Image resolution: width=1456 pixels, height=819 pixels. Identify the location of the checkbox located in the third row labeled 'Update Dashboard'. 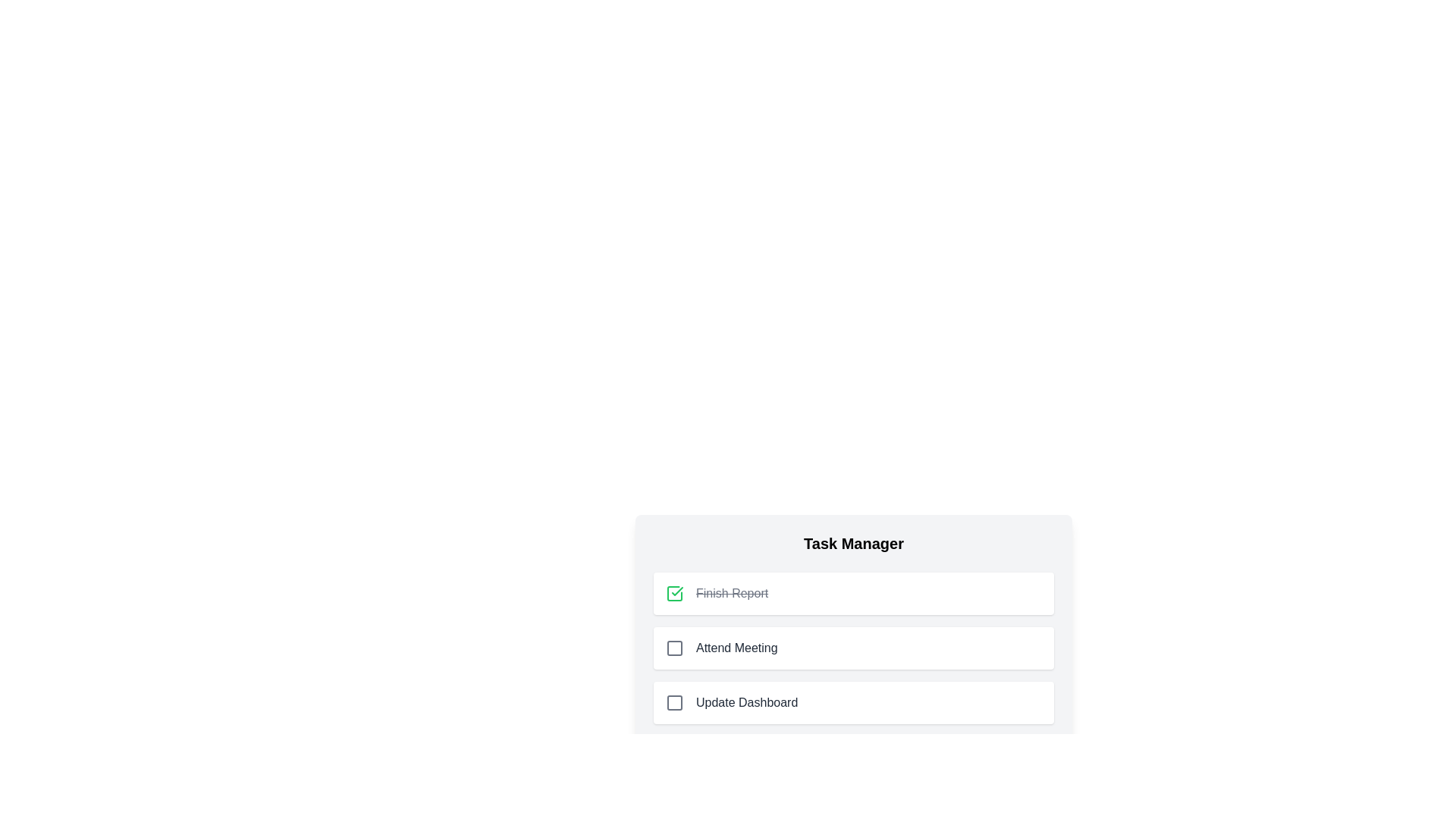
(673, 702).